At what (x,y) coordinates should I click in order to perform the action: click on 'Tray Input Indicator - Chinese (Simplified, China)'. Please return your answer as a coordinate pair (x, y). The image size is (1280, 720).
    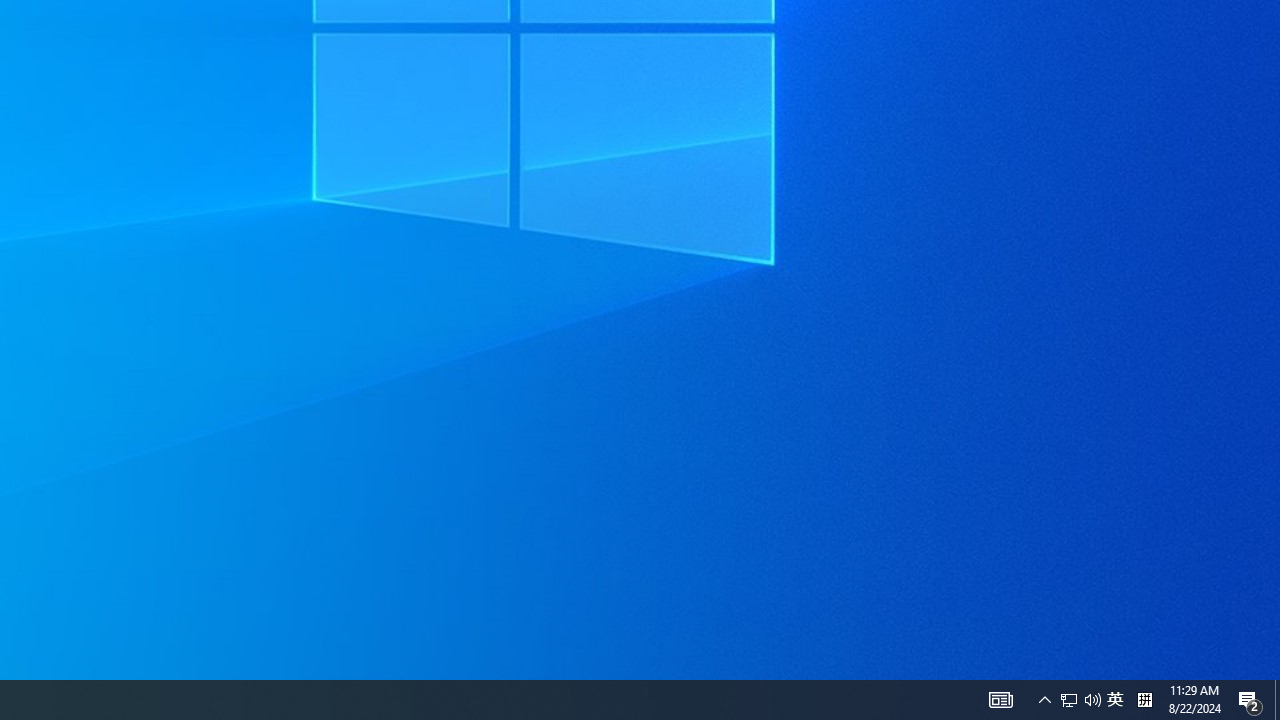
    Looking at the image, I should click on (1079, 698).